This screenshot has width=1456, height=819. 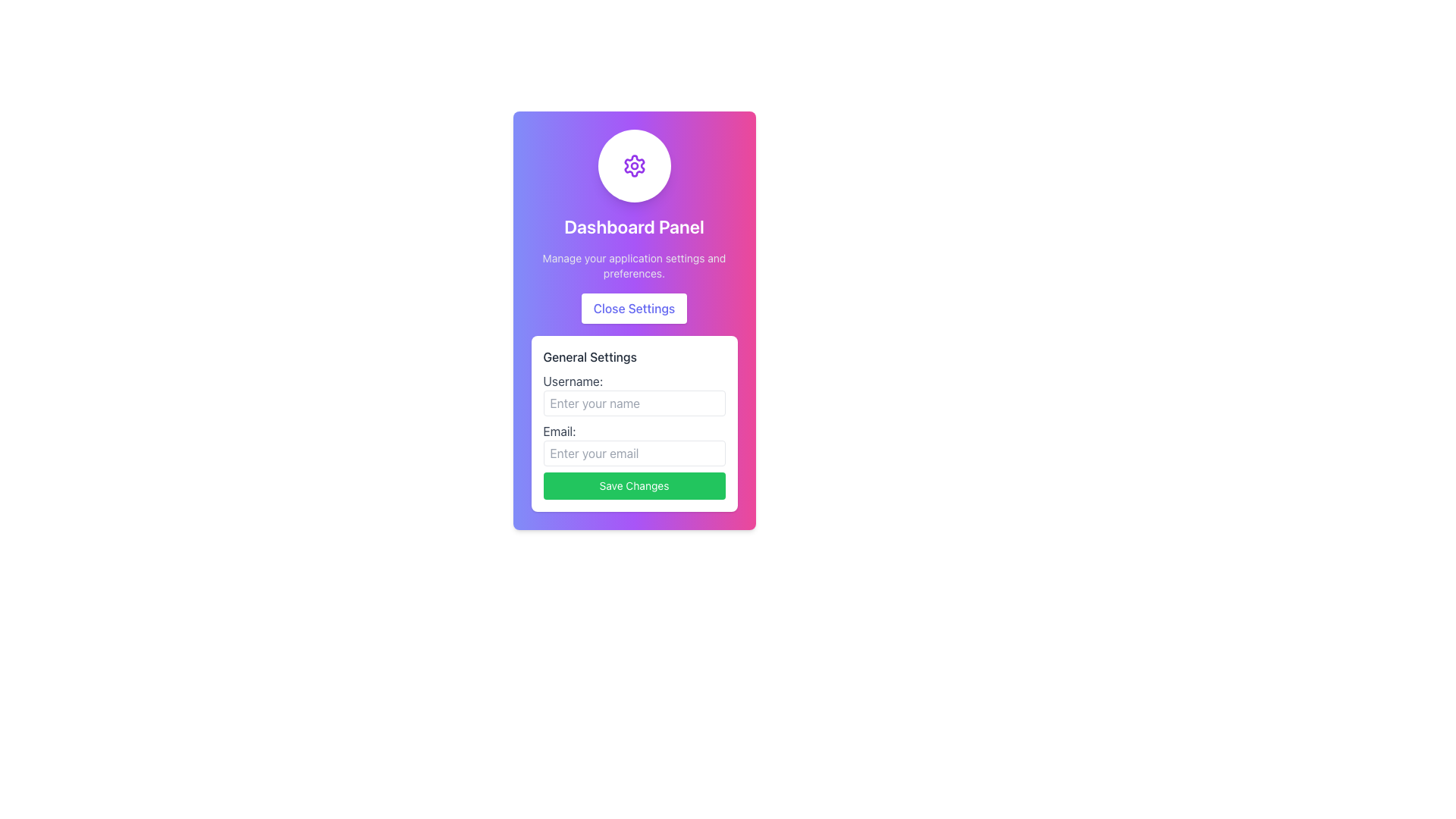 I want to click on the circular button-like component with a white background and a purple gear icon, which is located at the top of the panel above the 'Dashboard Panel' title text, so click(x=634, y=166).